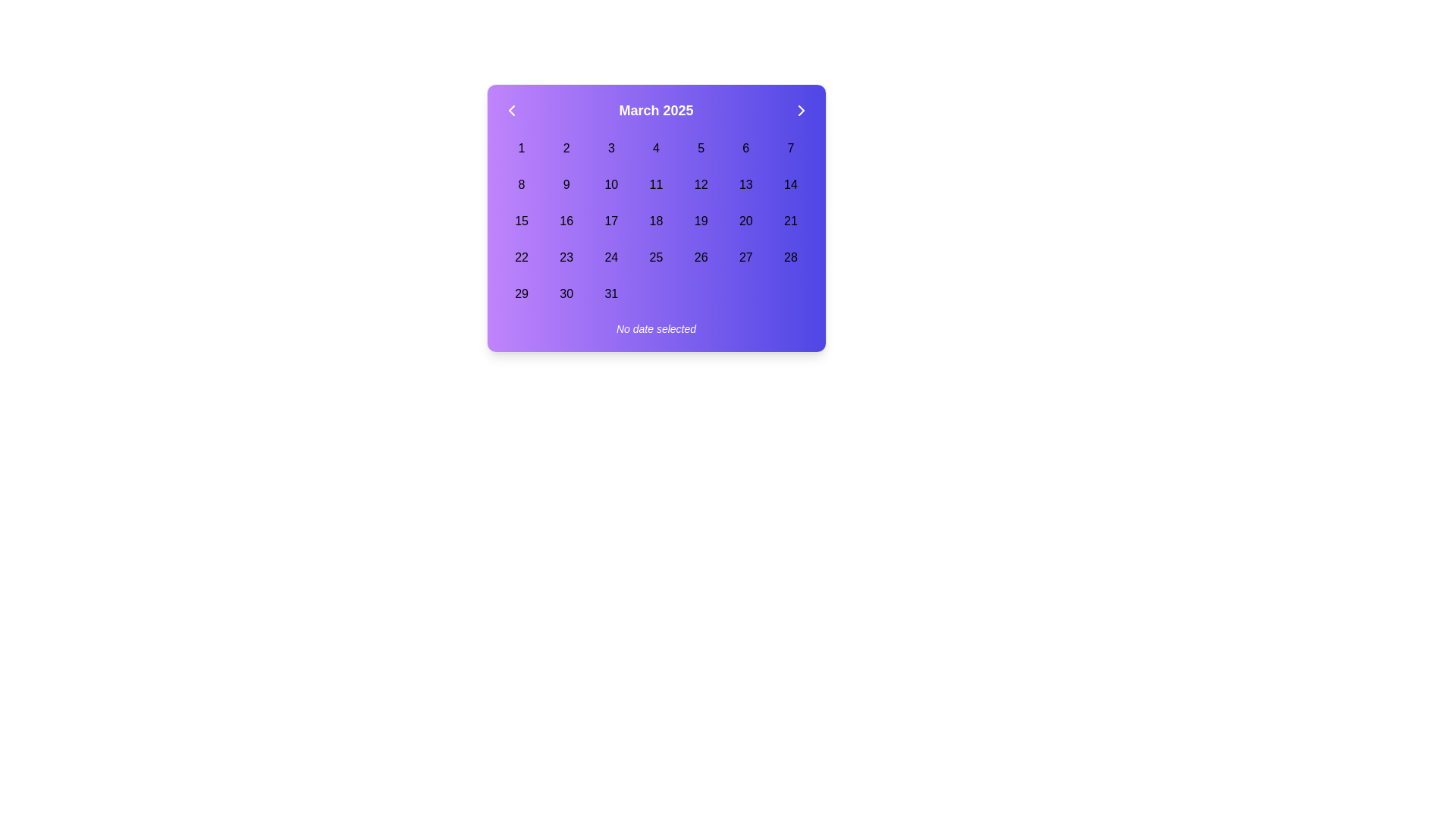  What do you see at coordinates (789, 221) in the screenshot?
I see `the button representing the 21st day of the month in the calendar grid` at bounding box center [789, 221].